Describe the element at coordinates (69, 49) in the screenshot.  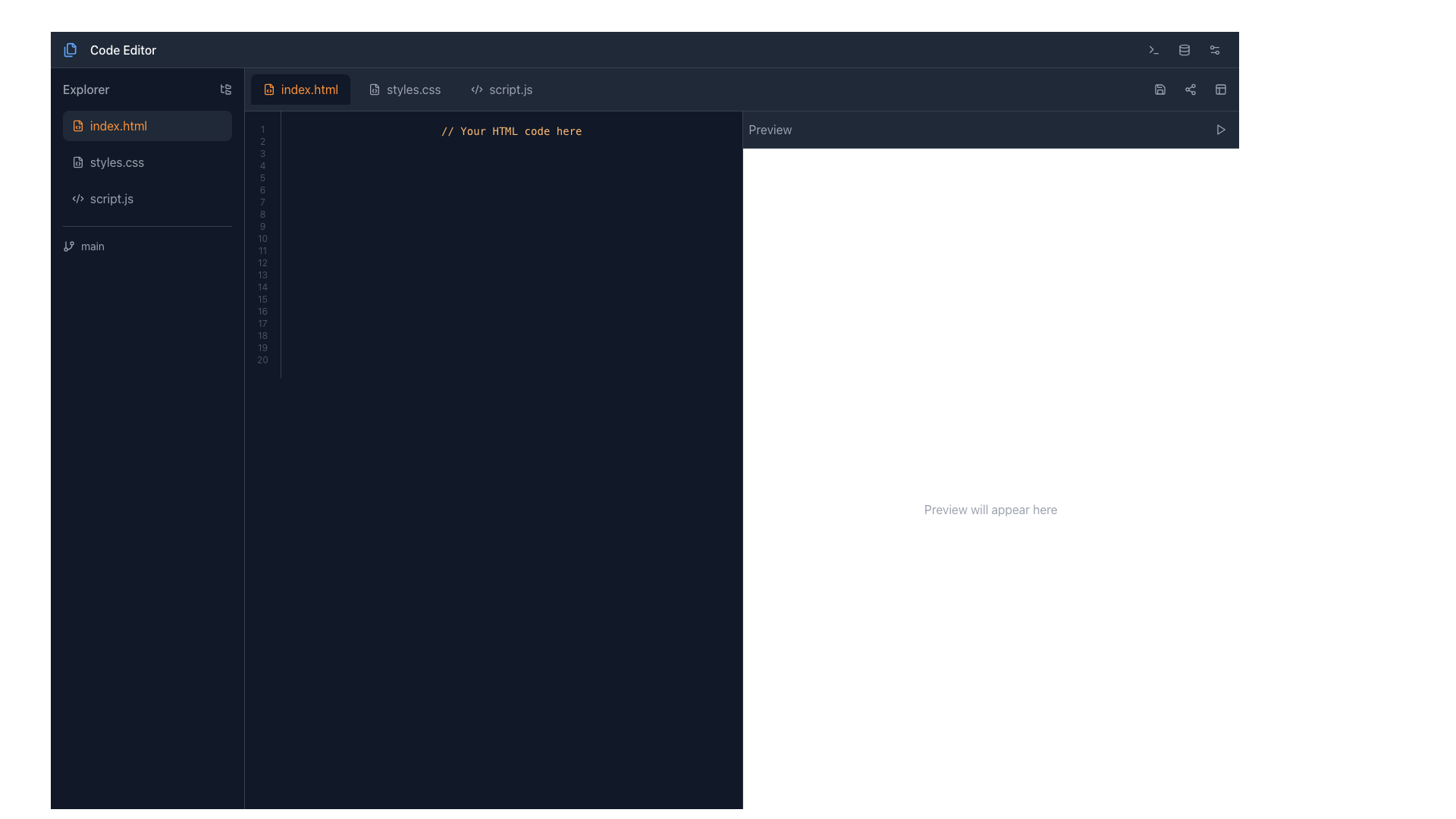
I see `the small blue icon resembling stacked files, which is the leftmost icon in the toolbar next to the 'Code Editor' text` at that location.